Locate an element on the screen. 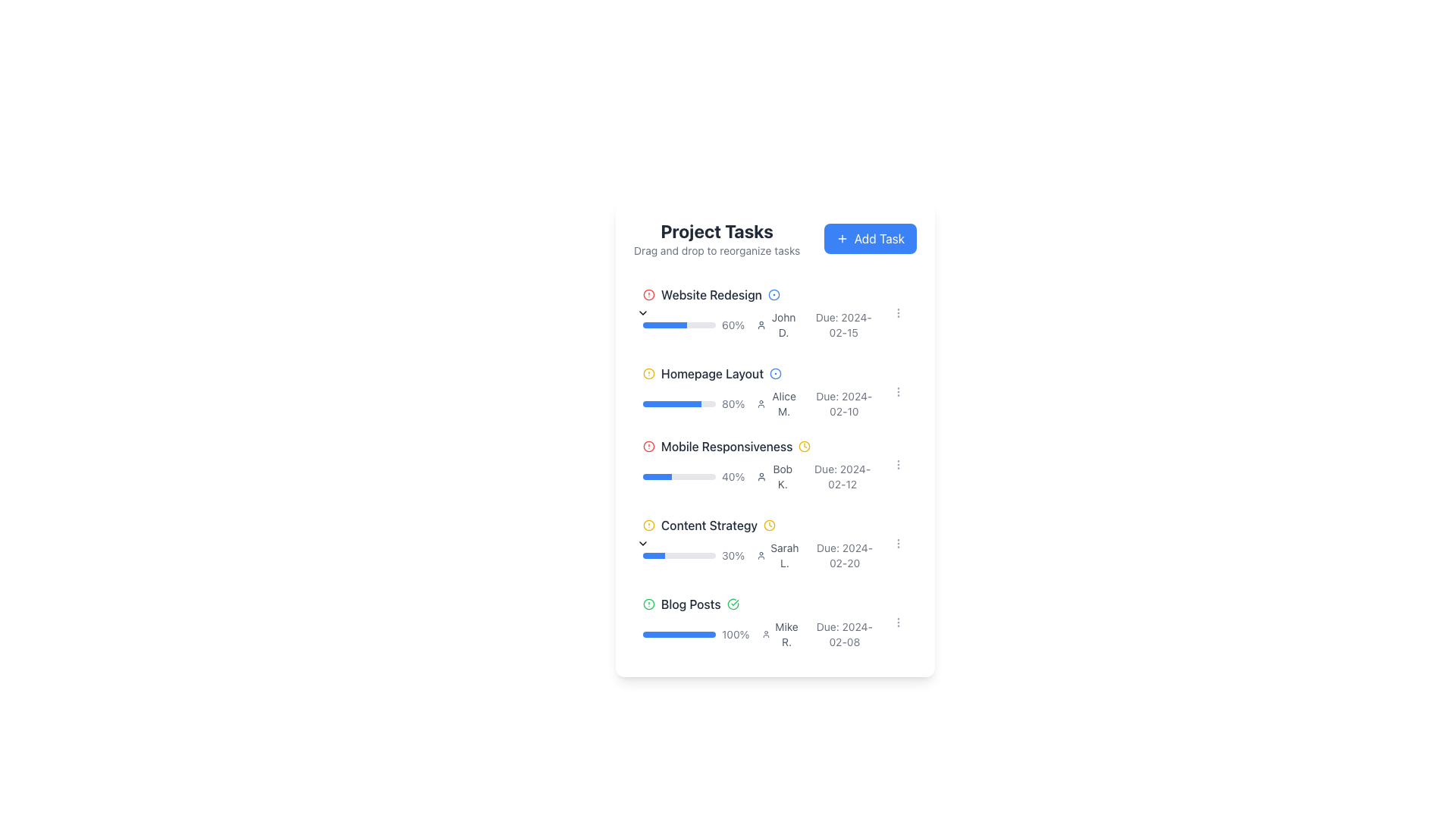 The width and height of the screenshot is (1456, 819). the grip handle icon located is located at coordinates (625, 312).